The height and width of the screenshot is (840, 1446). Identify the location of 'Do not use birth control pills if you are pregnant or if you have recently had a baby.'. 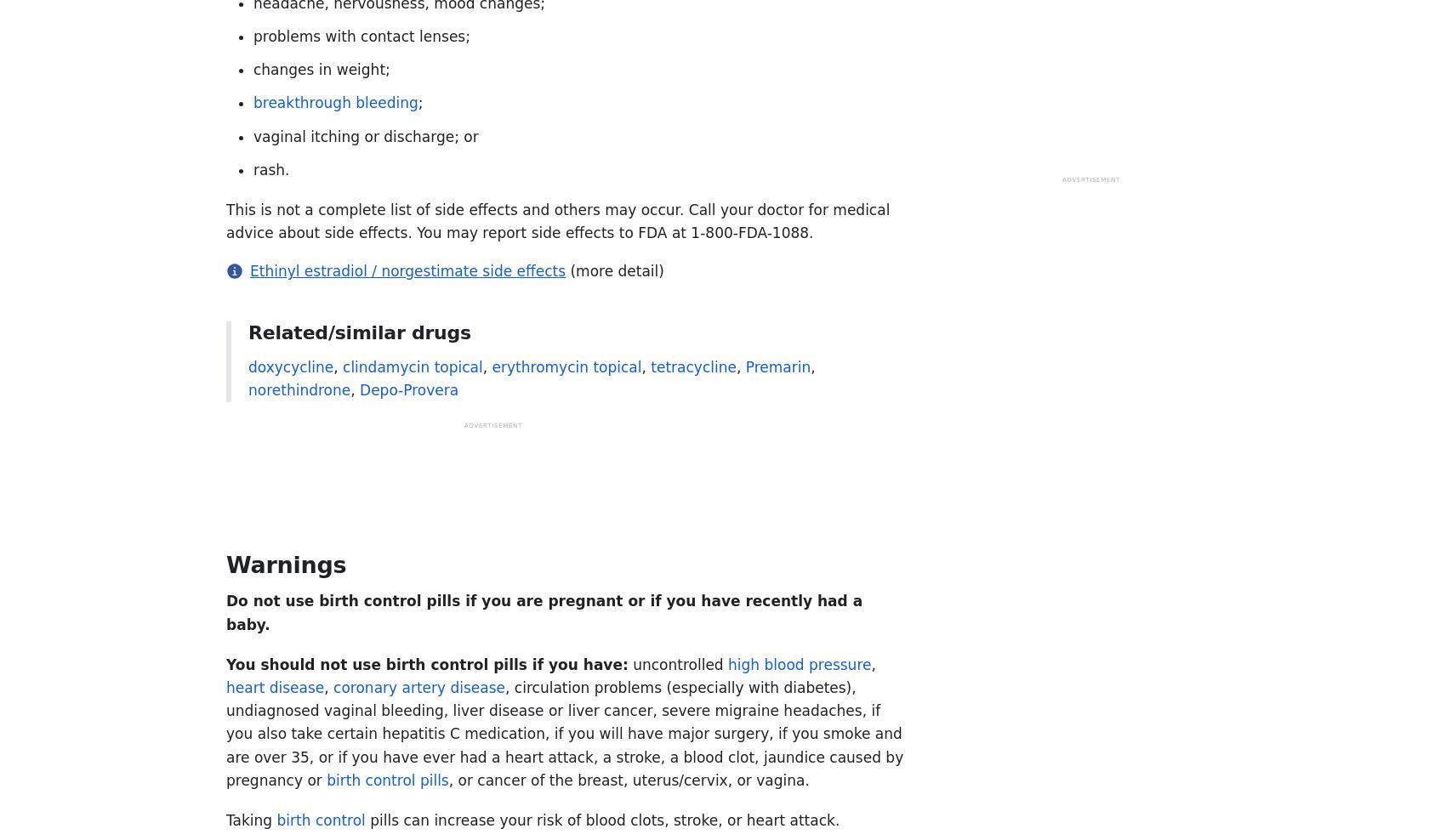
(544, 612).